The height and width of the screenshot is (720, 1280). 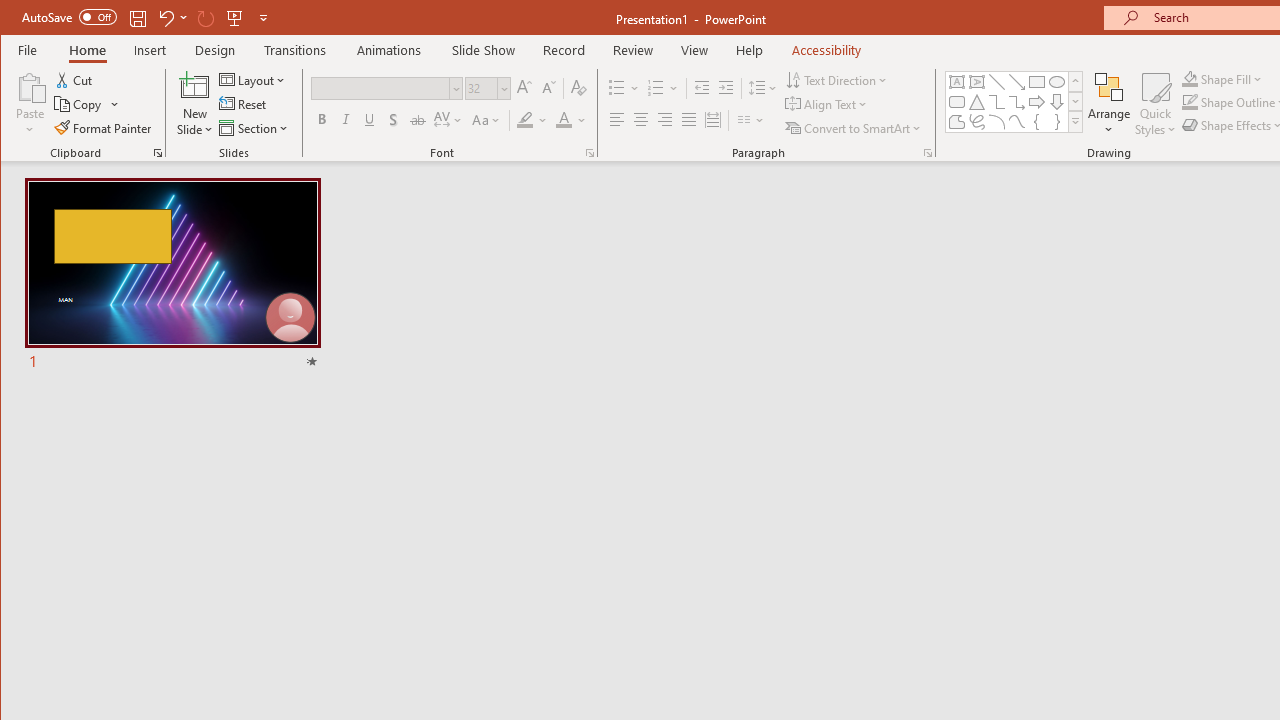 What do you see at coordinates (997, 81) in the screenshot?
I see `'Line'` at bounding box center [997, 81].